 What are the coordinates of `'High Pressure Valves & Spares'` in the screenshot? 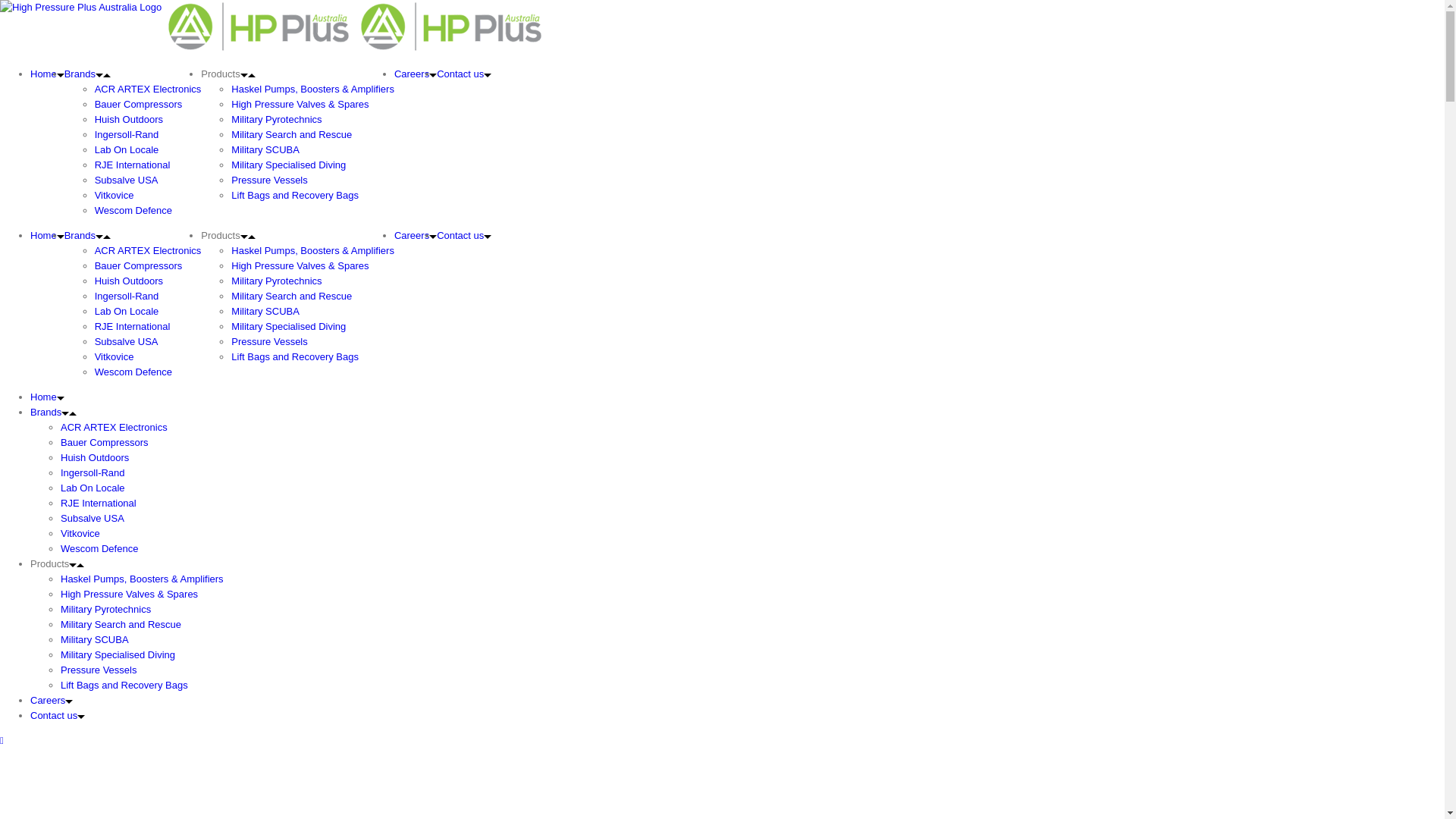 It's located at (300, 265).